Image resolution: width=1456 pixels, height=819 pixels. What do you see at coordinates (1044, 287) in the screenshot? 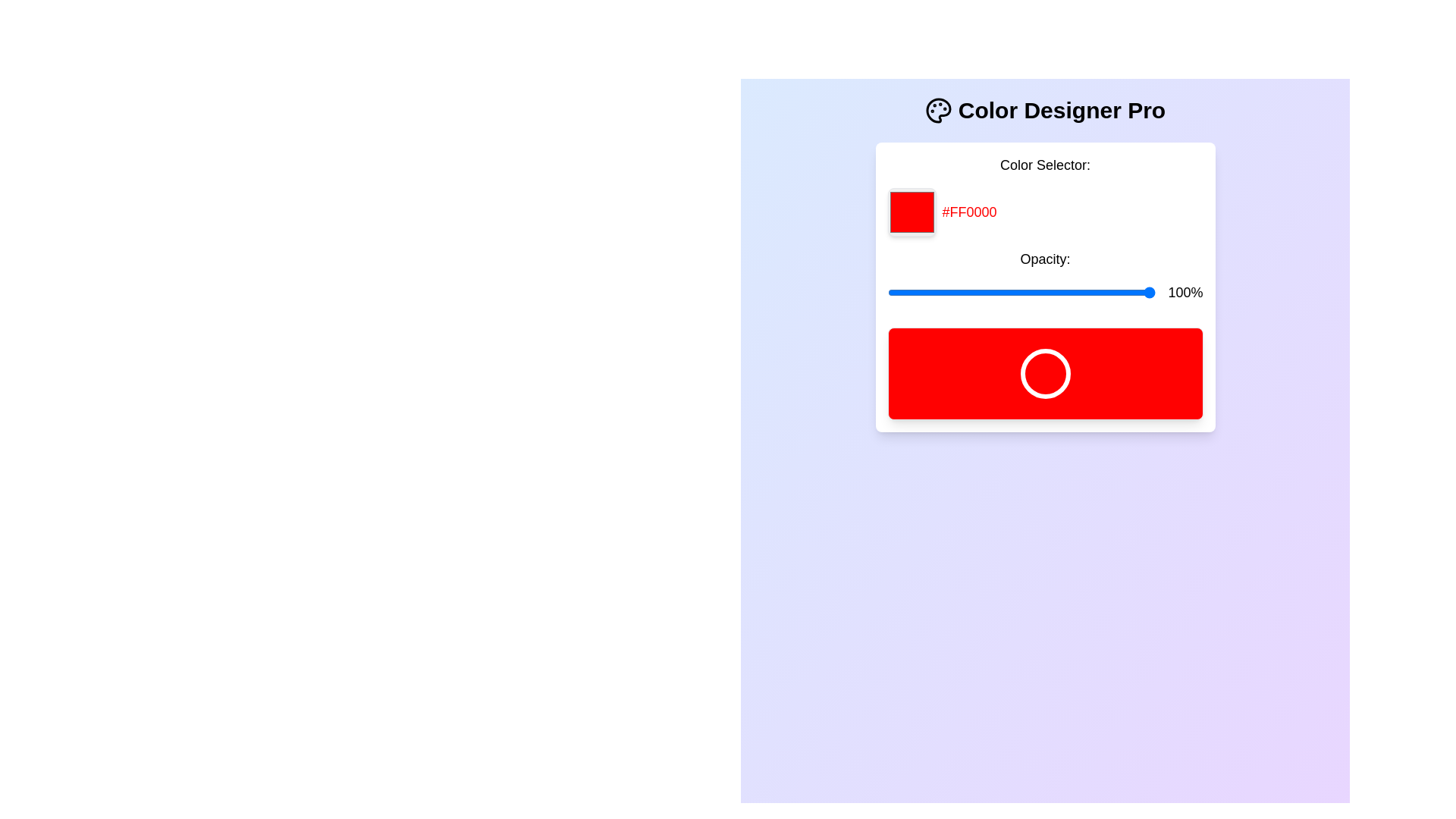
I see `the Panel element with a white background and rounded corners, labeled 'Color Selector:' and 'Opacity:', located near the center of the application interface in 'Color Designer Pro'` at bounding box center [1044, 287].